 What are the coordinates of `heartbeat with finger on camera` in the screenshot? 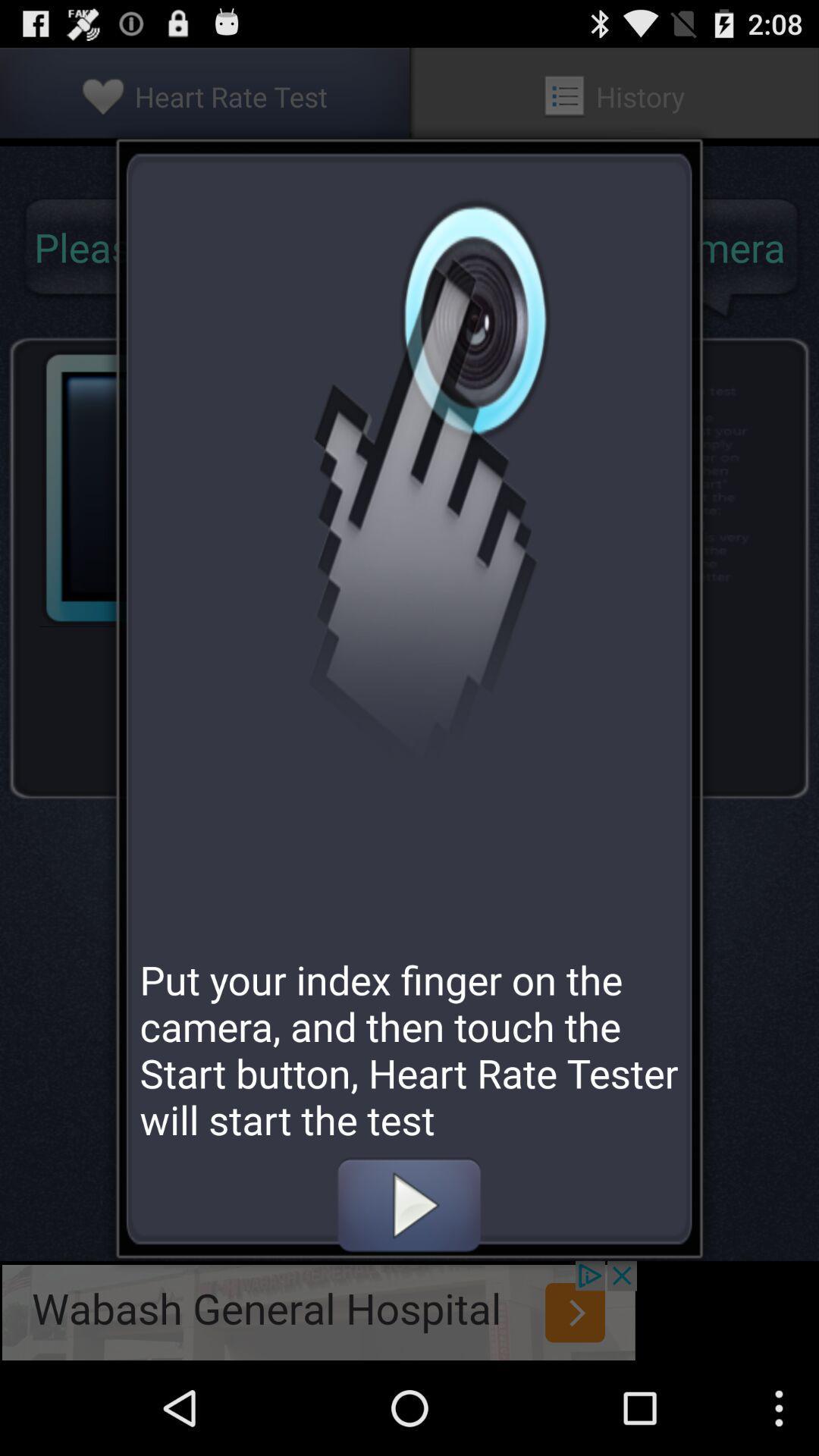 It's located at (408, 1204).